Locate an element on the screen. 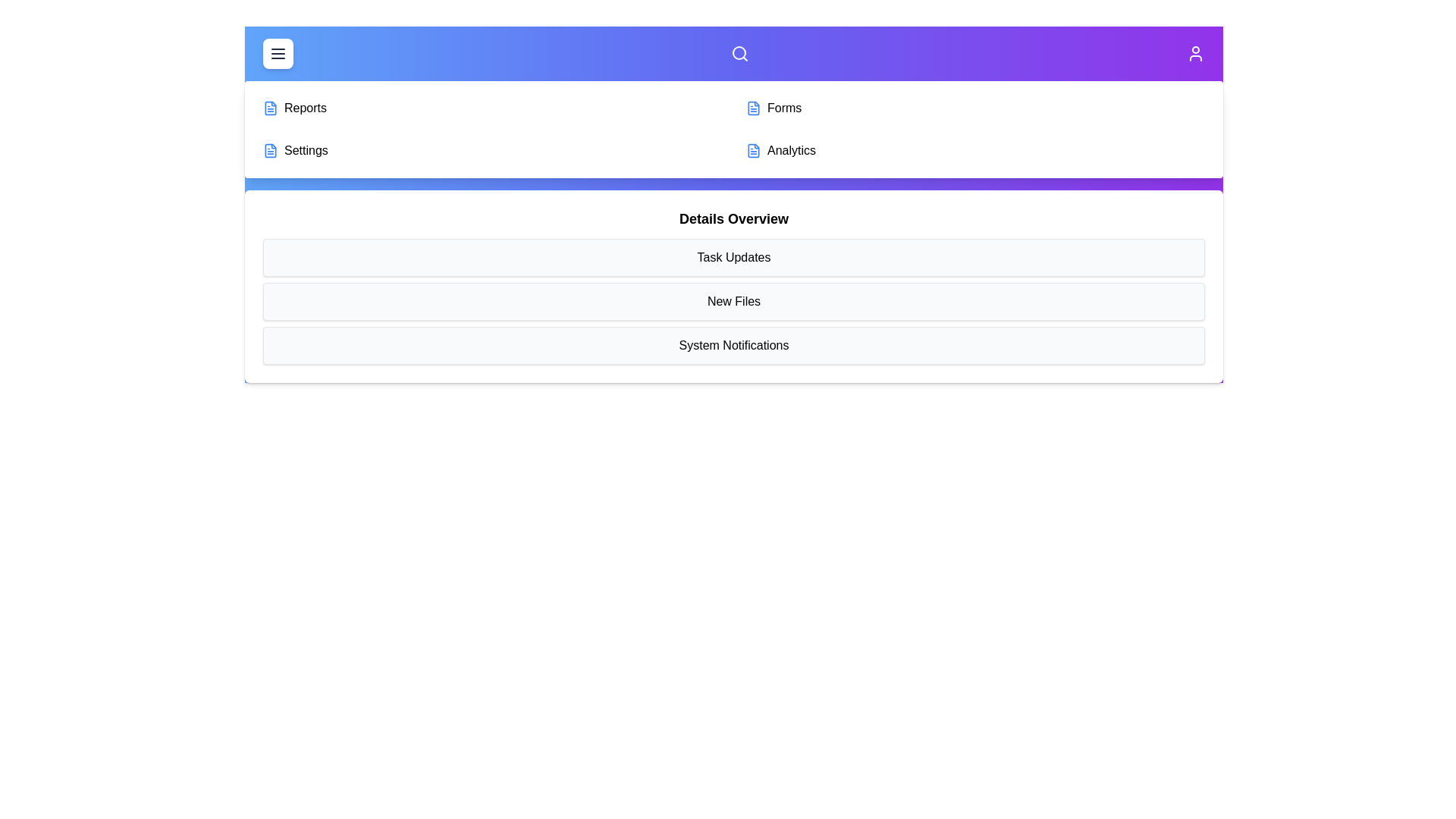 Image resolution: width=1456 pixels, height=819 pixels. the menu item Analytics from the available options is located at coordinates (975, 151).